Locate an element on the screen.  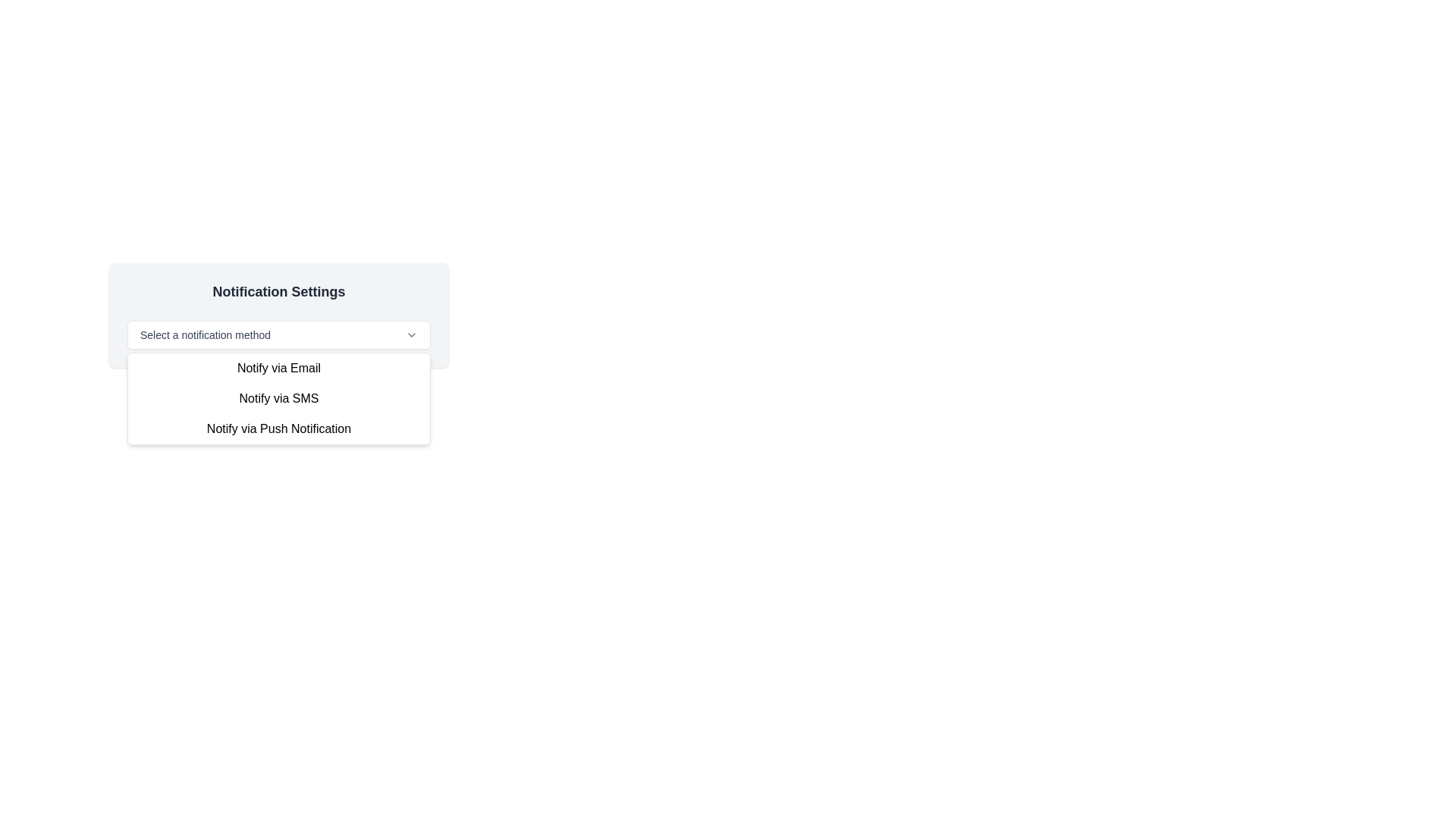
the dropdown menu labeled 'Select a notification method' is located at coordinates (279, 334).